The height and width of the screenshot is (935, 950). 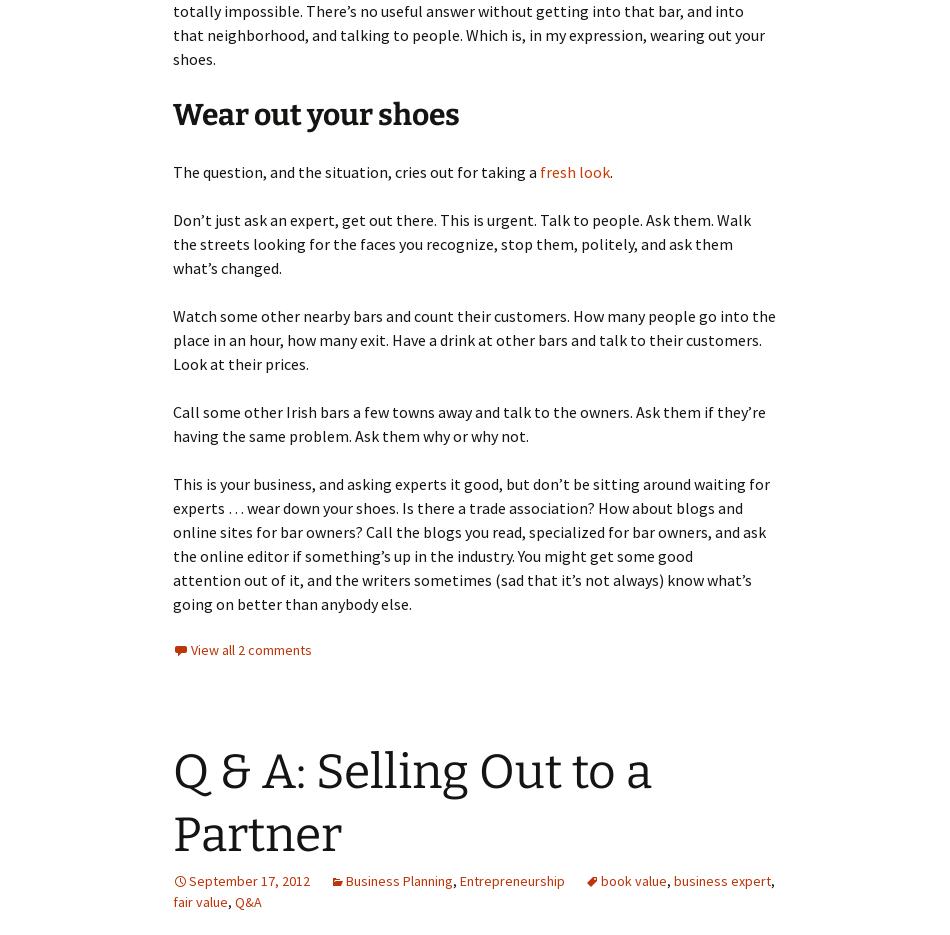 I want to click on 'The question, and the situation, cries out for taking a', so click(x=355, y=171).